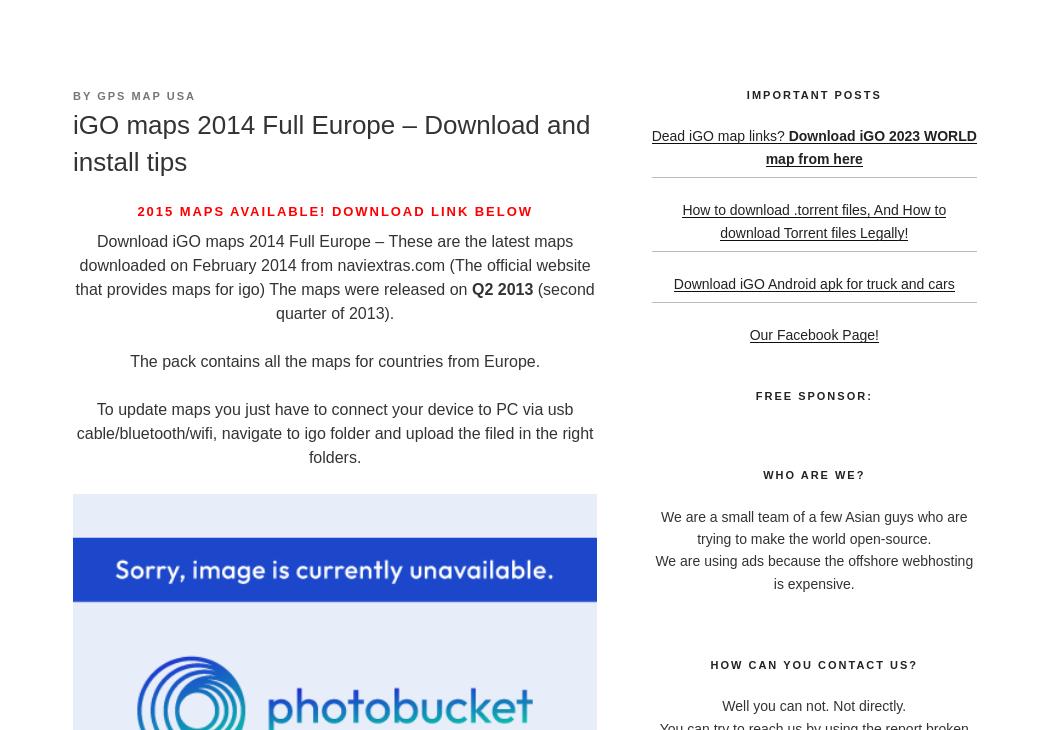 The height and width of the screenshot is (730, 1050). Describe the element at coordinates (471, 289) in the screenshot. I see `'Q2 2013'` at that location.